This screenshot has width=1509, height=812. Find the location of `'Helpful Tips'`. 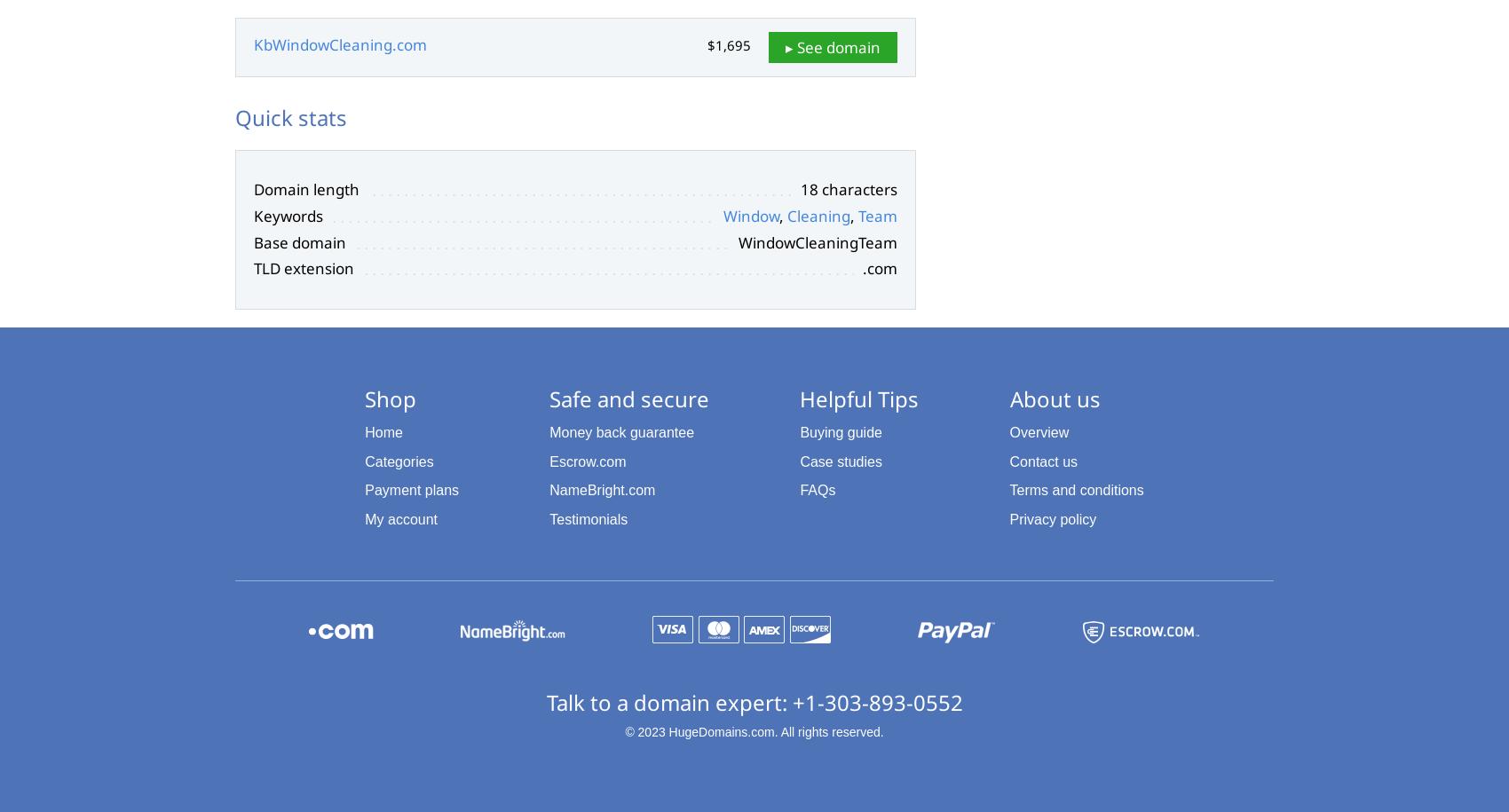

'Helpful Tips' is located at coordinates (857, 398).